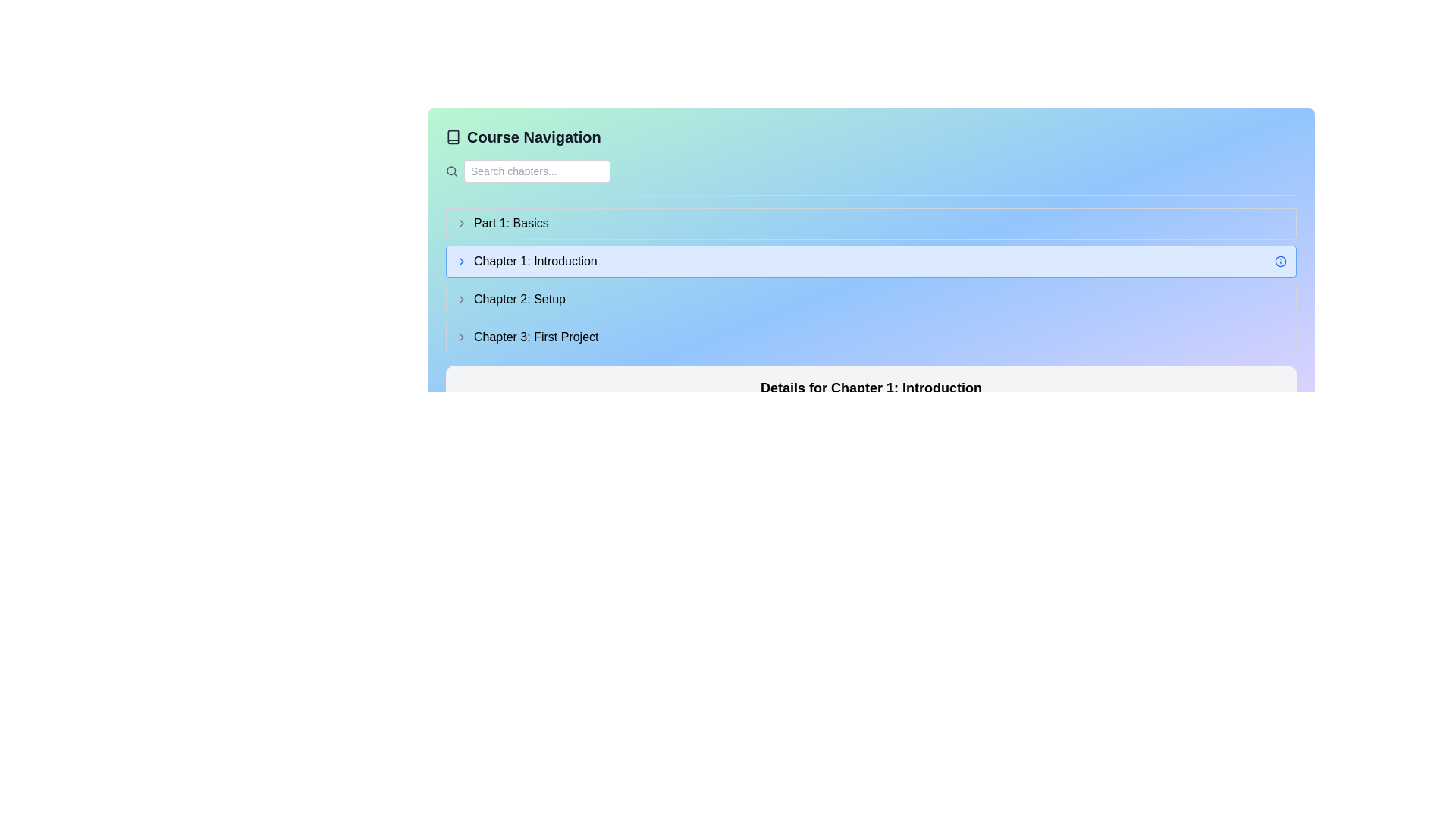 This screenshot has height=819, width=1456. I want to click on text content of the Text label, which serves as a descriptive title for the associated content, positioned above 'Overview and objectives', so click(871, 388).